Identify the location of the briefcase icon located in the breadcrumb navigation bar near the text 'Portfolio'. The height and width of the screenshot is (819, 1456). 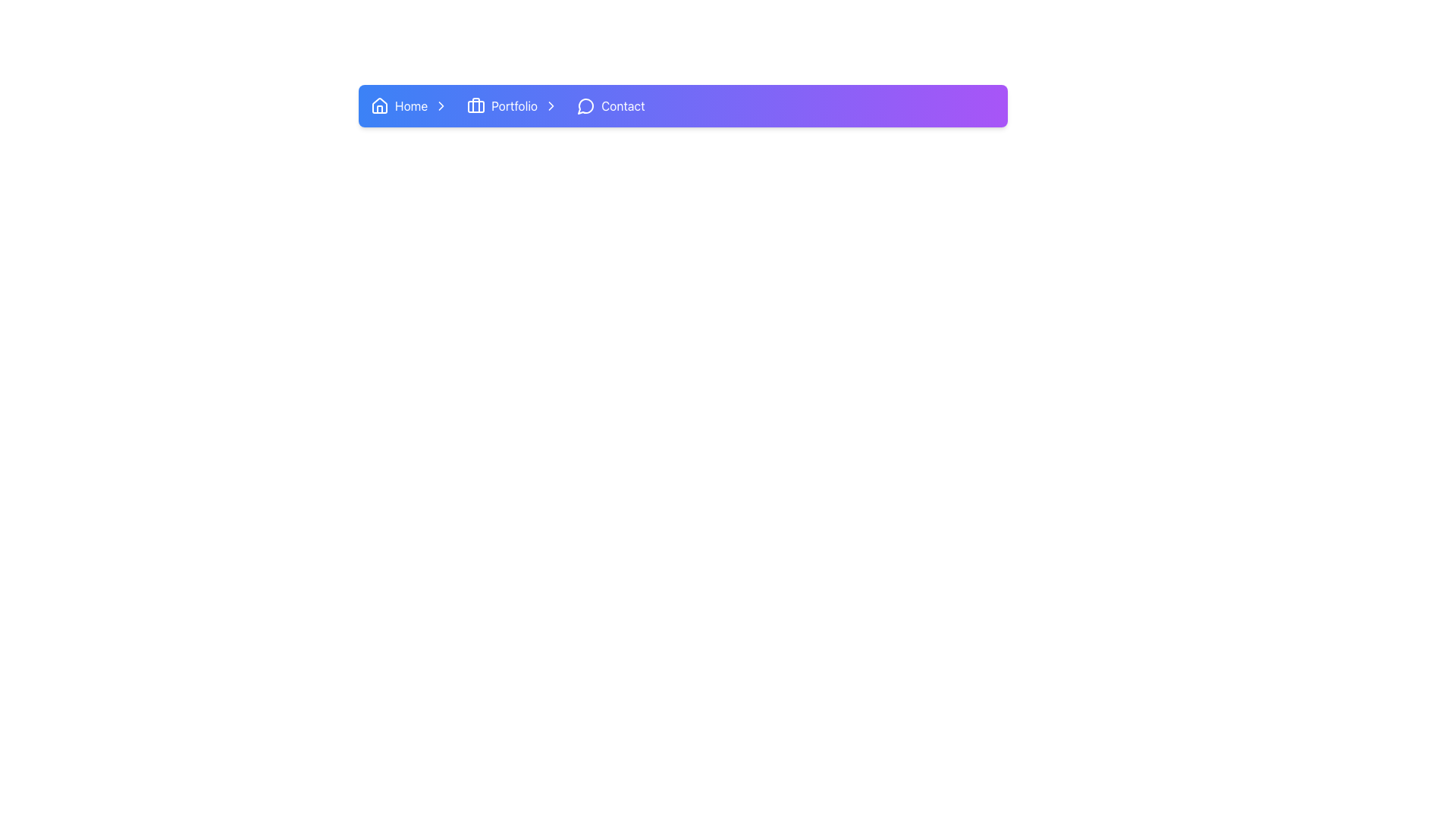
(475, 106).